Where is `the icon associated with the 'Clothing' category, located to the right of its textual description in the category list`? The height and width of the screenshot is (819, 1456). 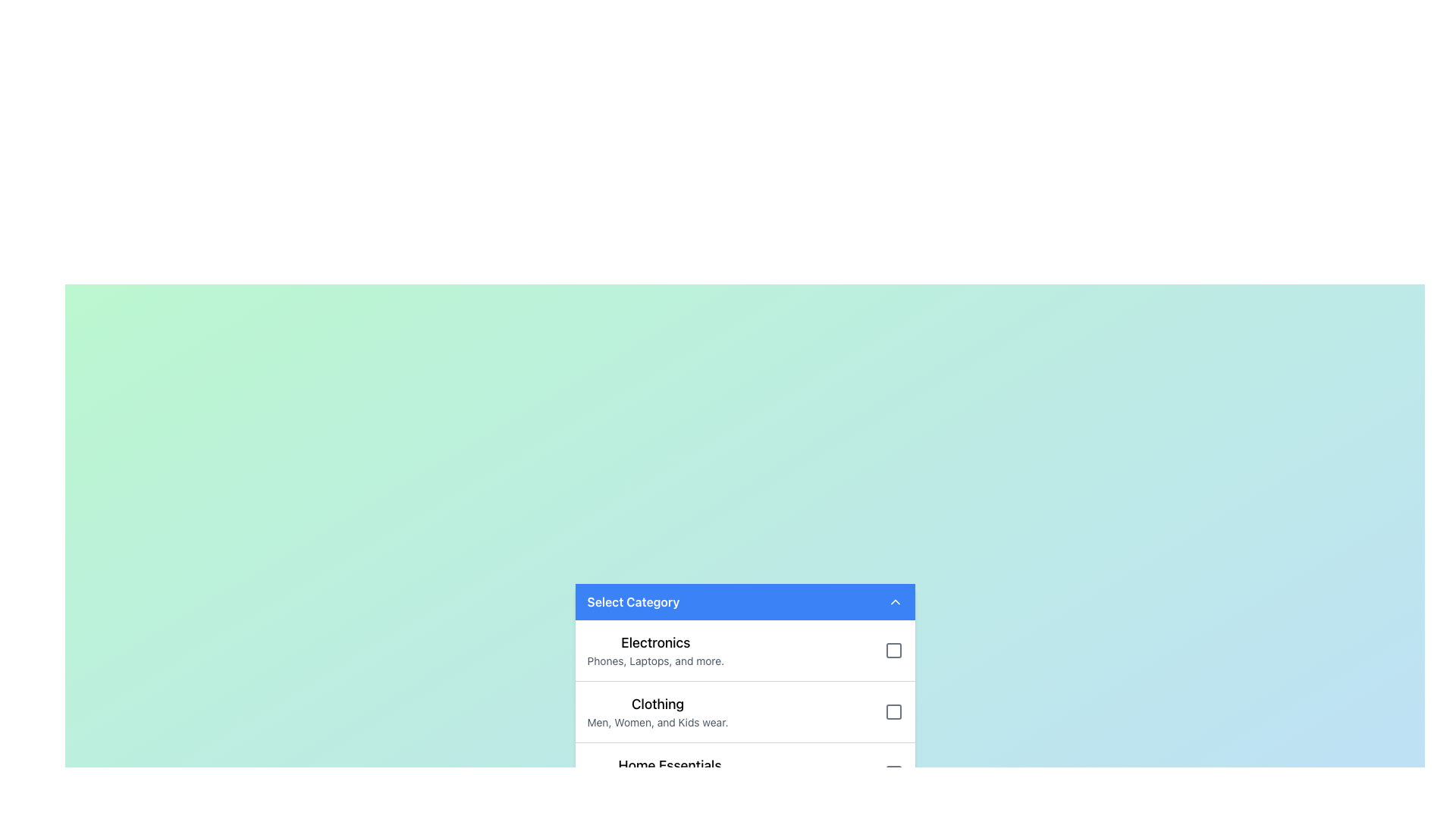
the icon associated with the 'Clothing' category, located to the right of its textual description in the category list is located at coordinates (893, 711).